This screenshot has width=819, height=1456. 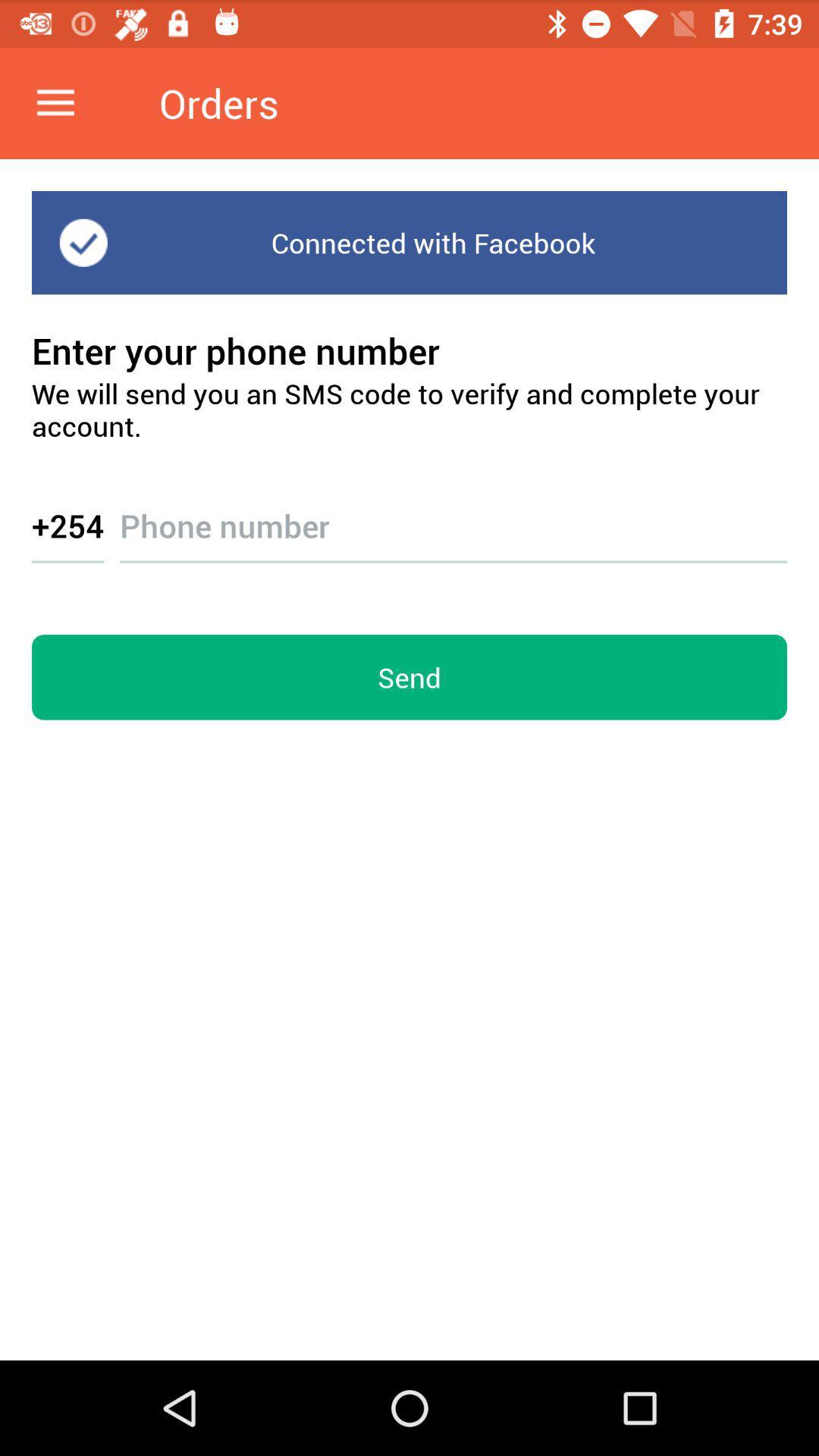 I want to click on item on the left, so click(x=67, y=525).